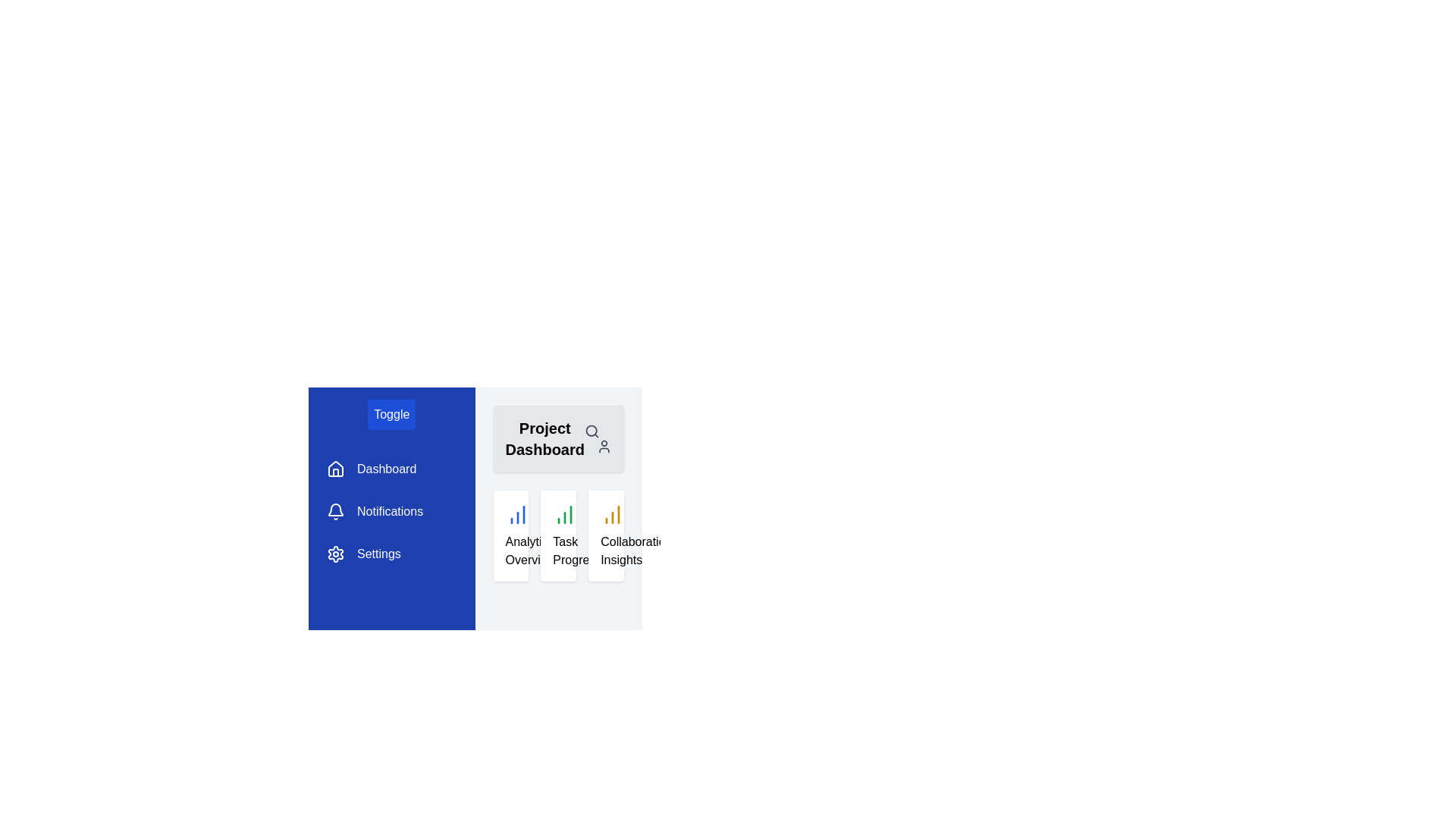  Describe the element at coordinates (564, 513) in the screenshot. I see `the small green icon featuring a vertically oriented bar chart with three bars of varying heights, located centrally within the 'Task Progress' card under the 'Project Dashboard' heading` at that location.